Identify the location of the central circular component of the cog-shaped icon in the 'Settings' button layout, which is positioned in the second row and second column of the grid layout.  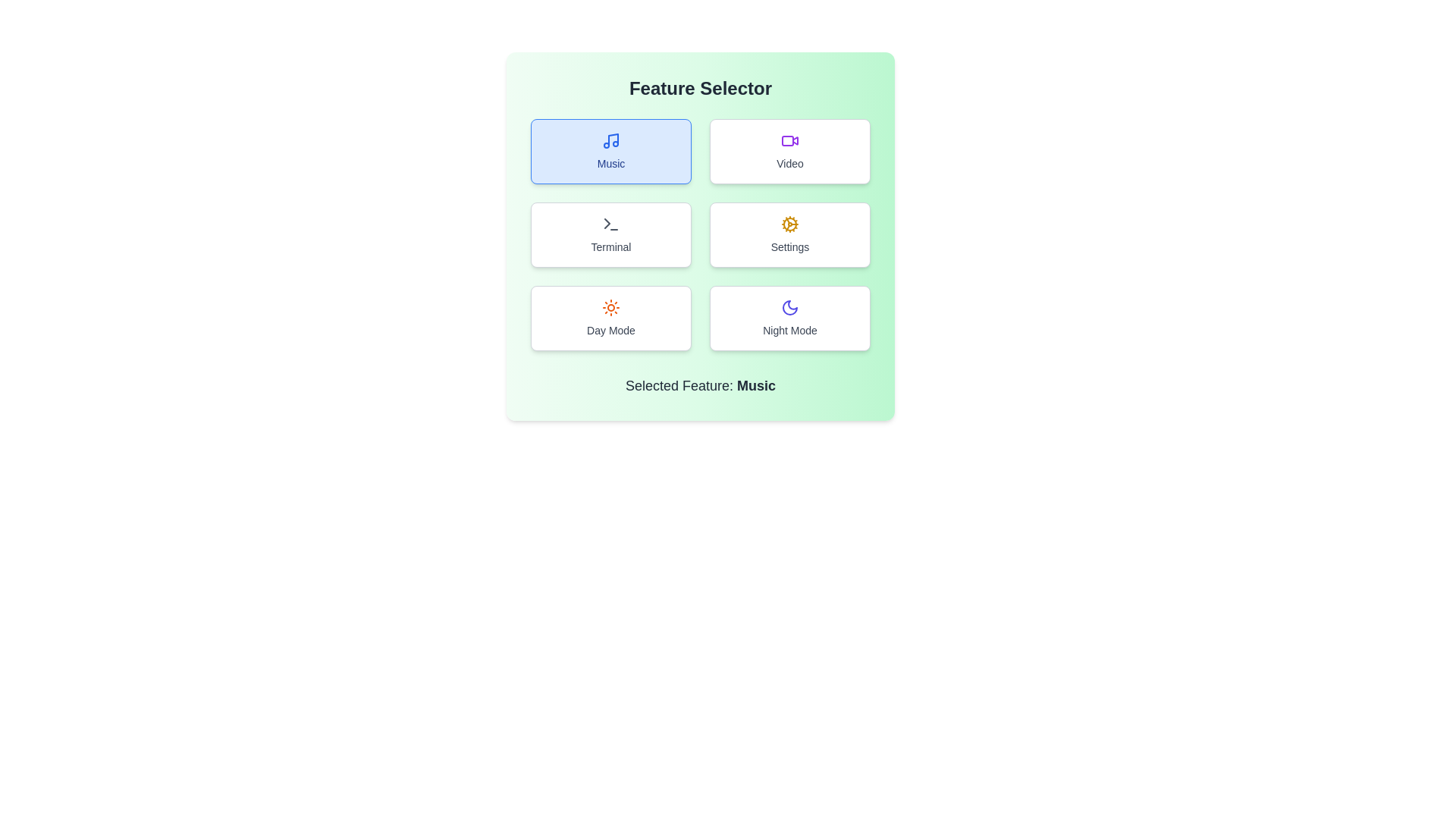
(789, 224).